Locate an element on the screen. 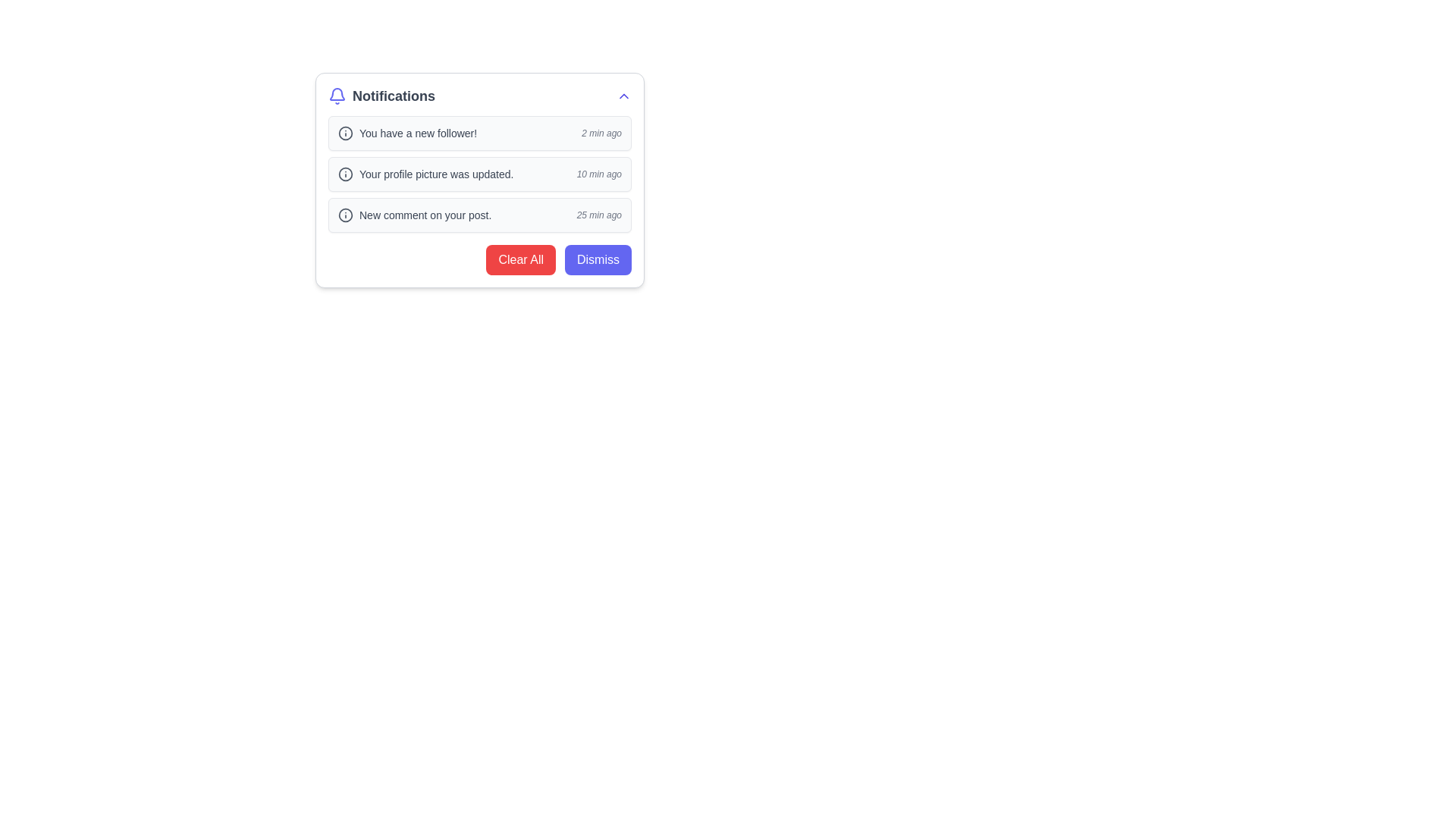 This screenshot has width=1456, height=819. text content of the third notification item in the notifications panel, which displays 'New comment on your post.' is located at coordinates (415, 215).